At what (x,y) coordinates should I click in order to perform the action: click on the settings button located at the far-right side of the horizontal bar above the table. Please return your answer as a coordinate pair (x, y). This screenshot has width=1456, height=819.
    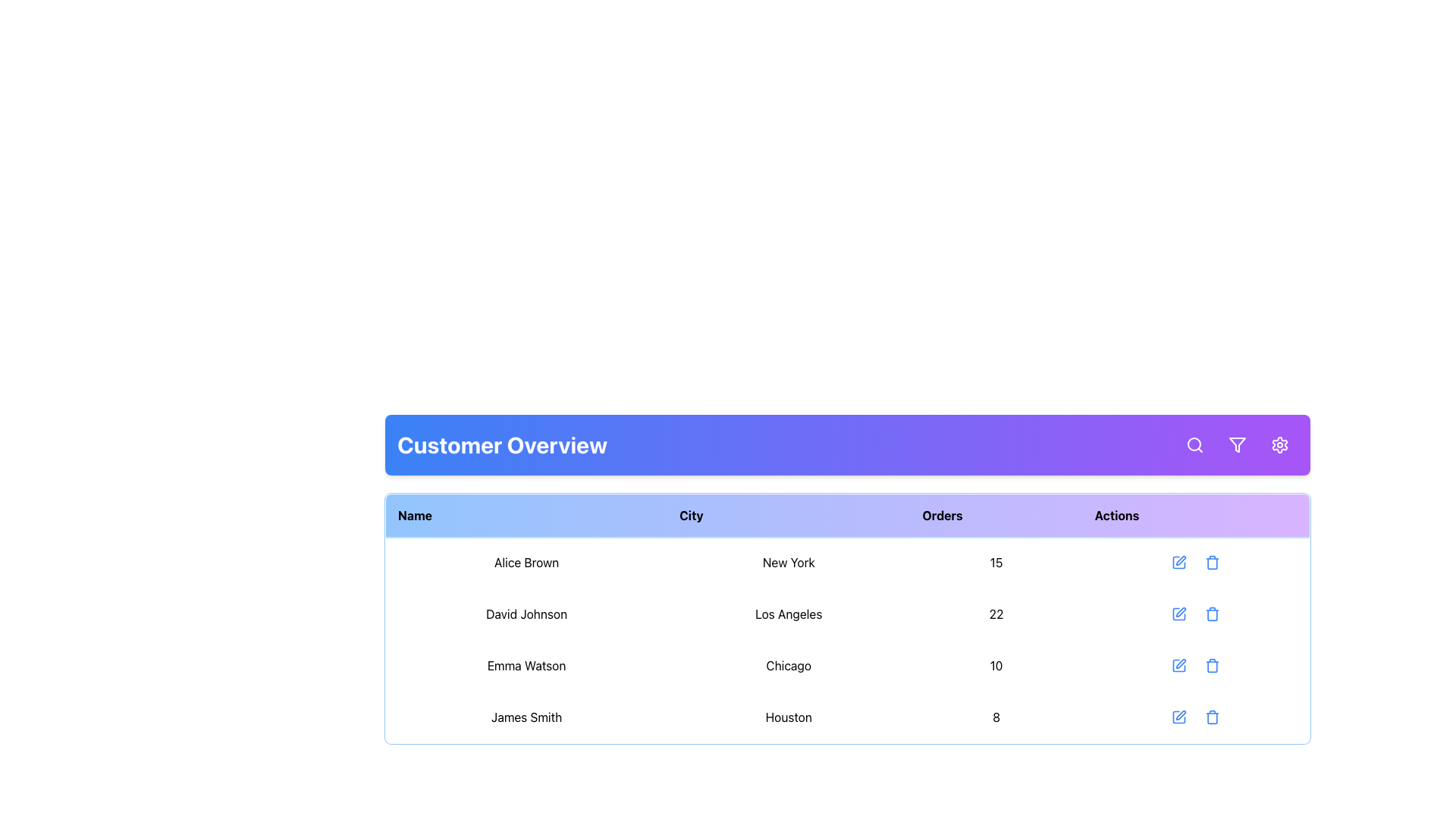
    Looking at the image, I should click on (1279, 444).